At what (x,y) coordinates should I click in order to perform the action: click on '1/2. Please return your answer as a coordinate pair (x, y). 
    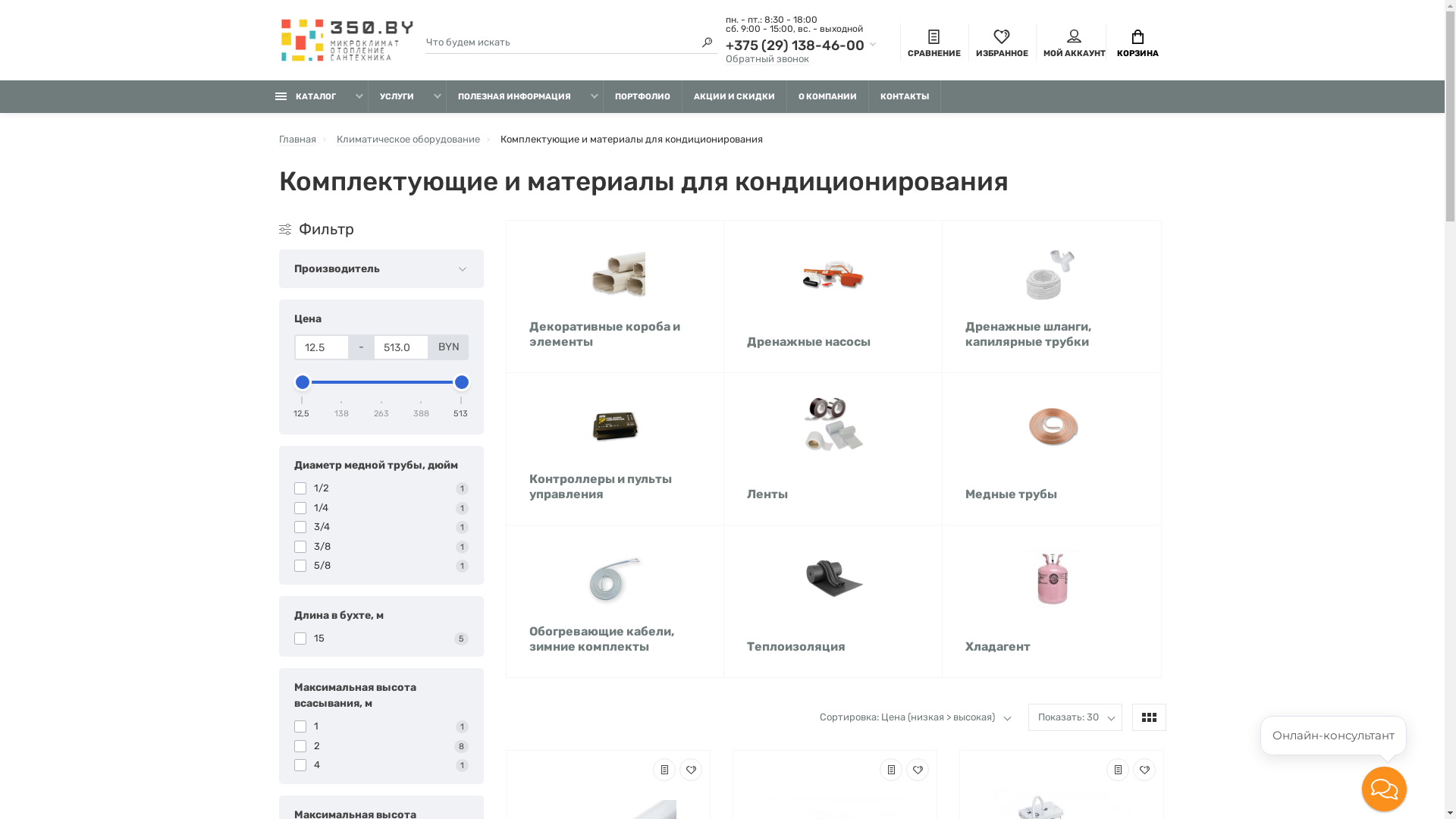
    Looking at the image, I should click on (381, 488).